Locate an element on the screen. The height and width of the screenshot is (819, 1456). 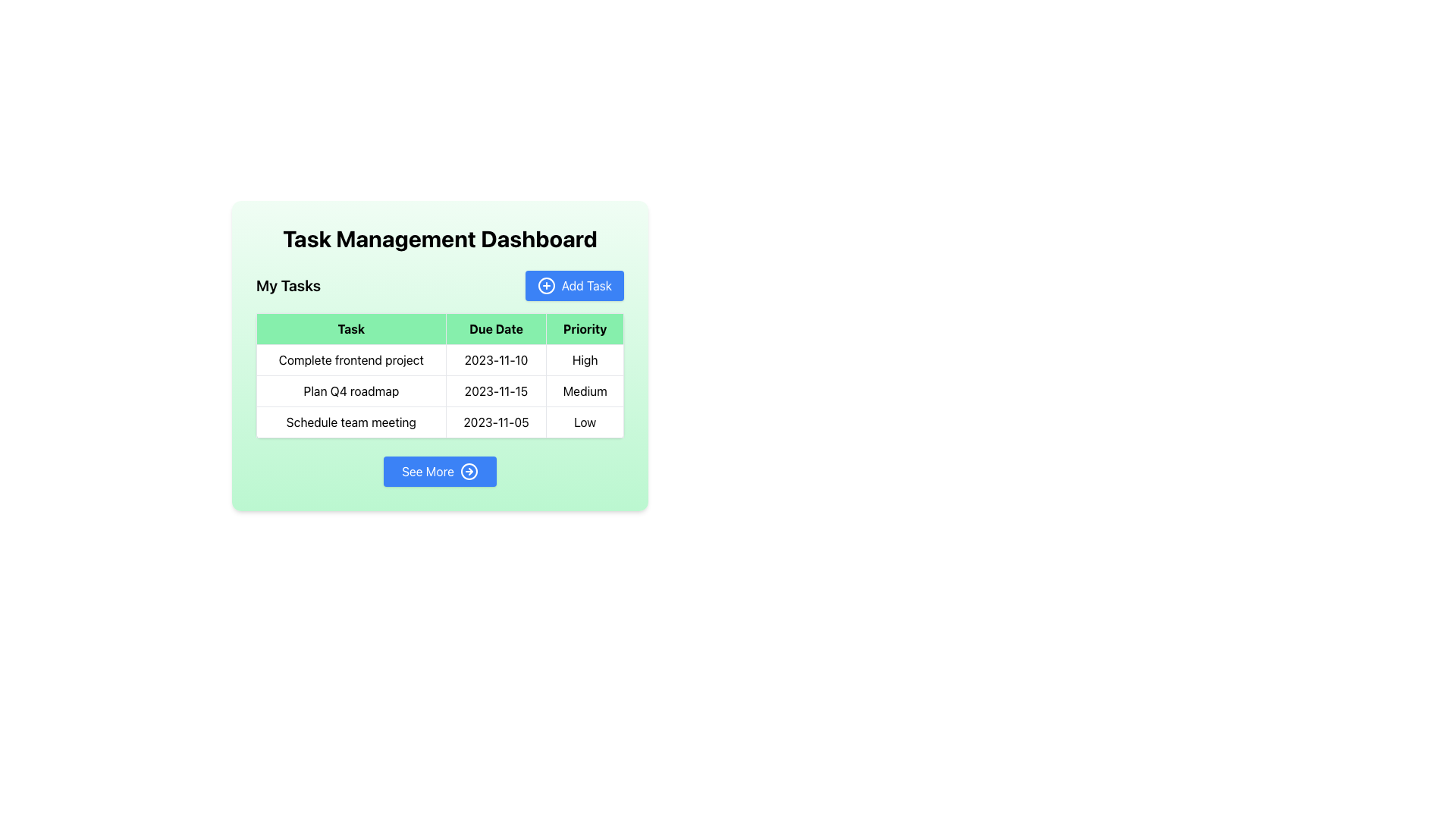
the third row in the task management table, which contains details such as task name, due date, and priority, located between the 'Plan Q4 roadmap' row and the 'See More' button is located at coordinates (439, 422).